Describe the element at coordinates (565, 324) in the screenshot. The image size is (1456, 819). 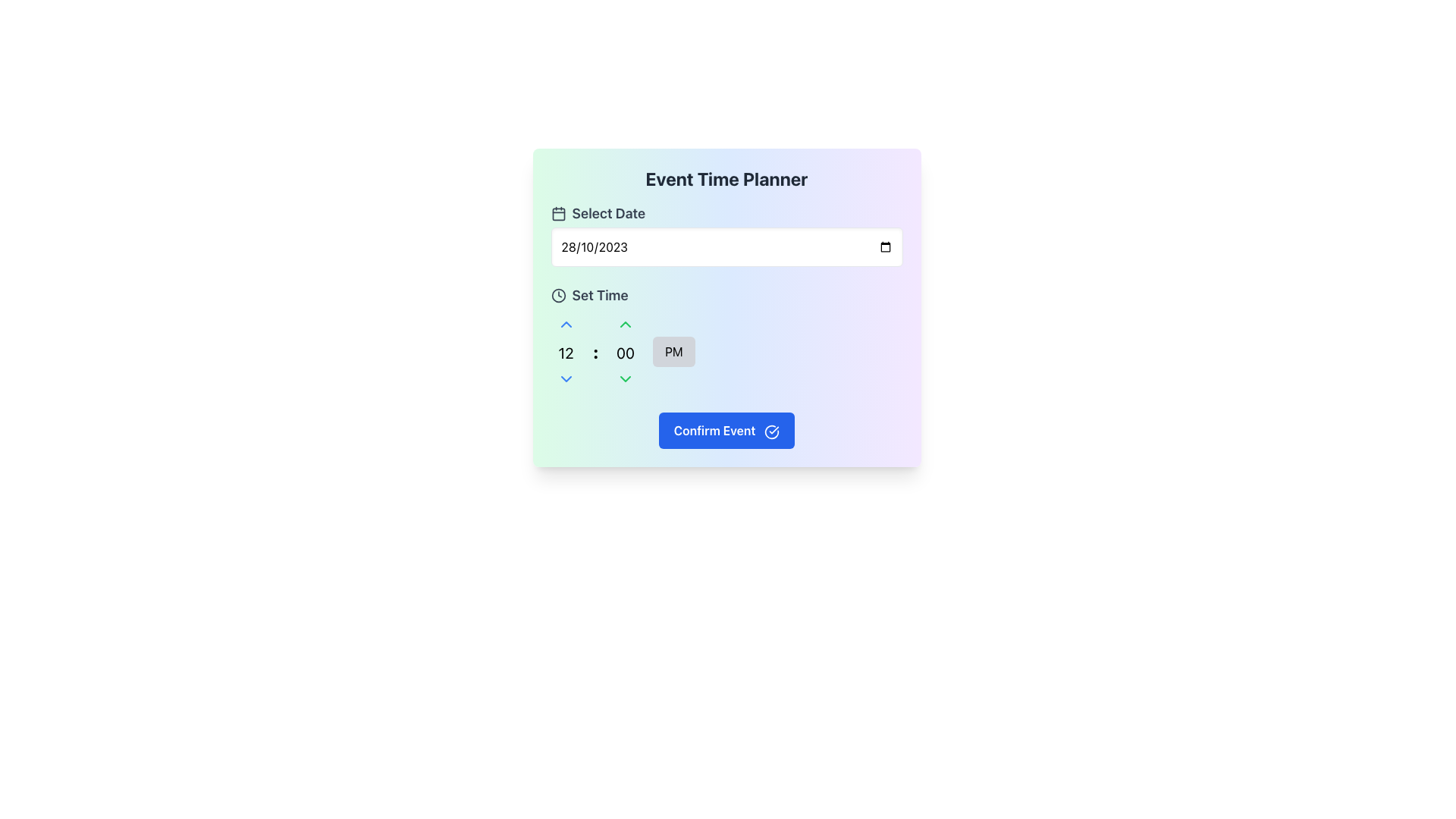
I see `the blue chevron-up button located above the hour input field in the 'Set Time' section of the 'Event Time Planner' interface` at that location.